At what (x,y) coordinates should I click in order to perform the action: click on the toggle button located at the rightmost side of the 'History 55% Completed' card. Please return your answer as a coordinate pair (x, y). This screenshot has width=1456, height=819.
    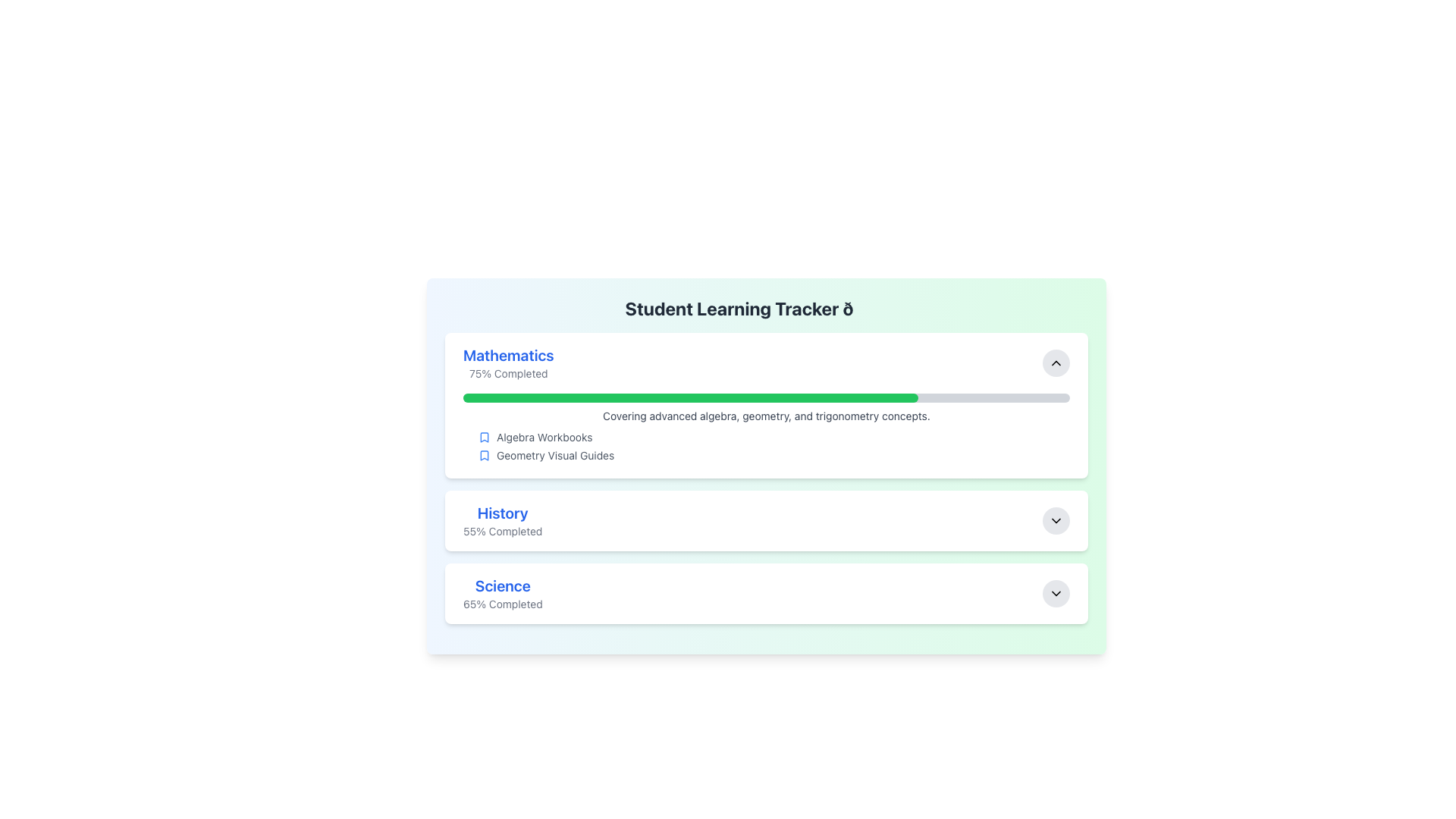
    Looking at the image, I should click on (1055, 519).